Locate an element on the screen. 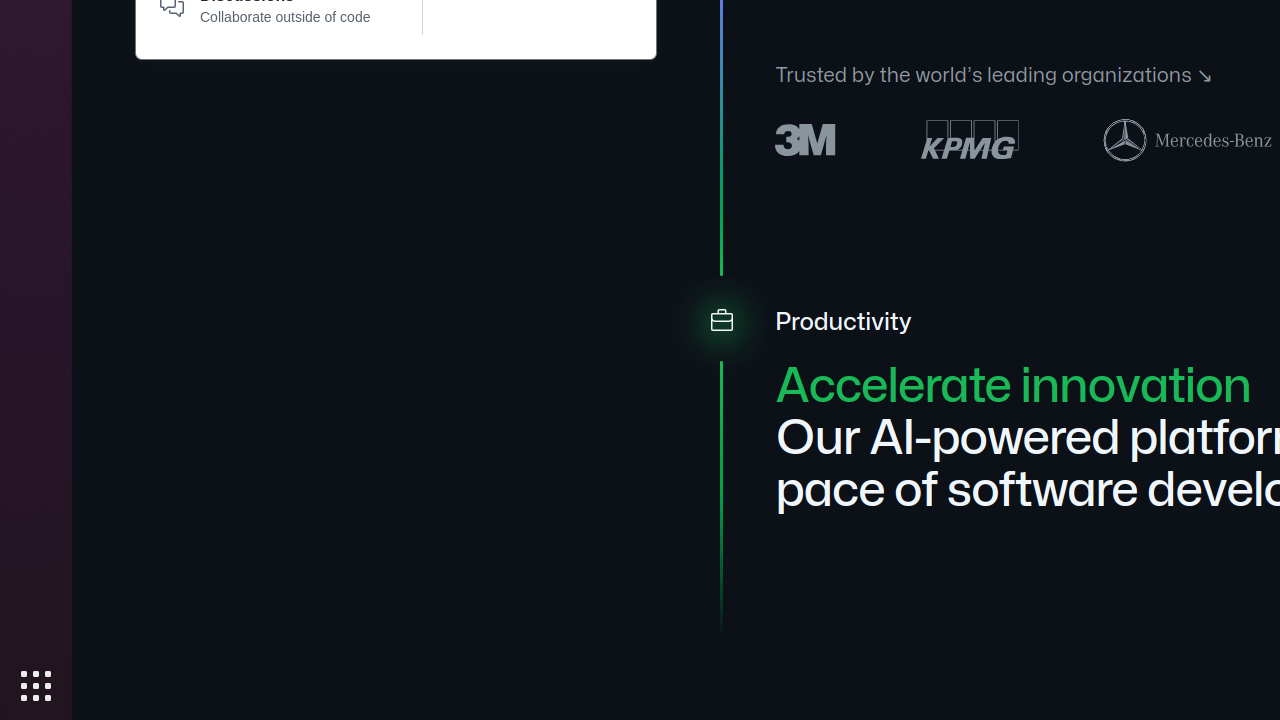 The image size is (1280, 720). 'Show Applications' is located at coordinates (35, 685).